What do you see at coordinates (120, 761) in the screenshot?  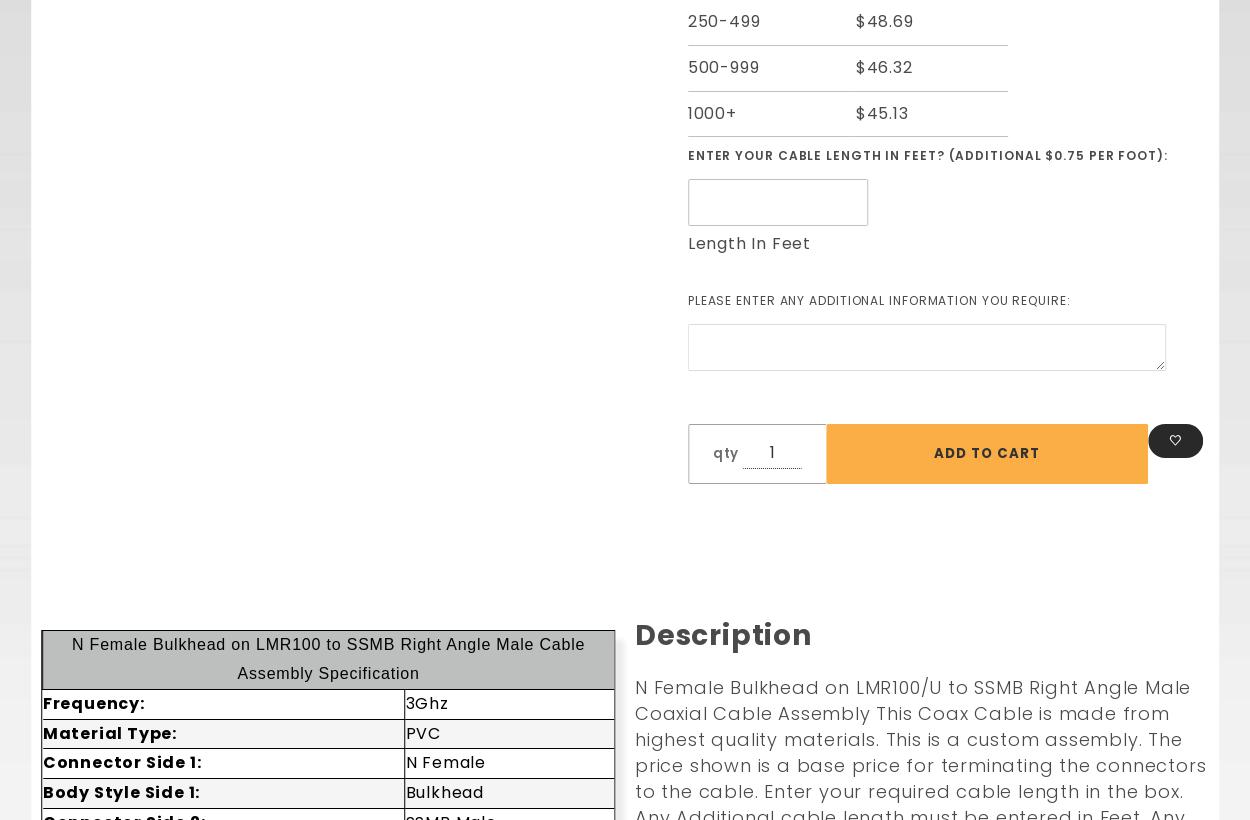 I see `'Connector Side 1:'` at bounding box center [120, 761].